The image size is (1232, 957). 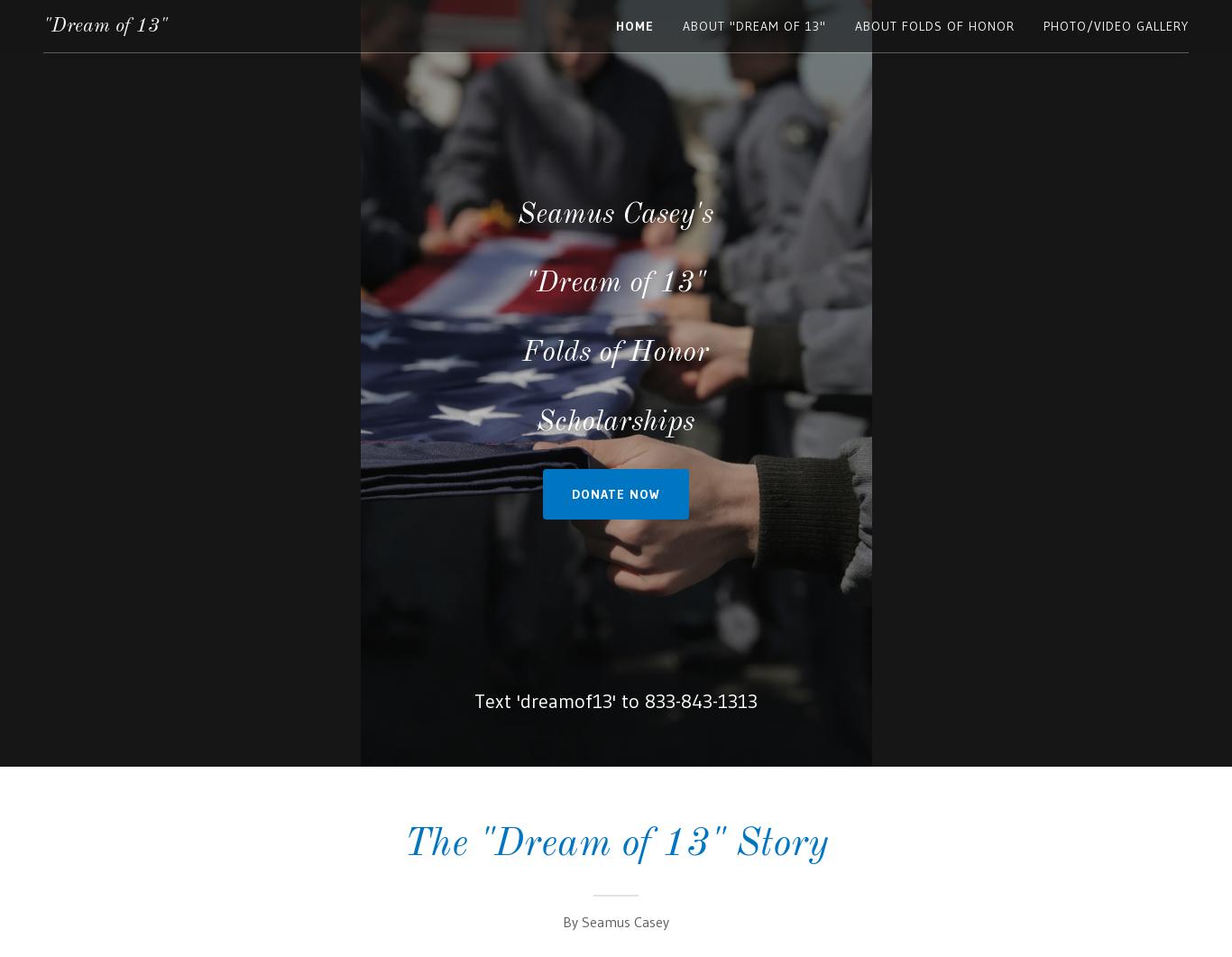 I want to click on 'About "Dream of 13"', so click(x=753, y=25).